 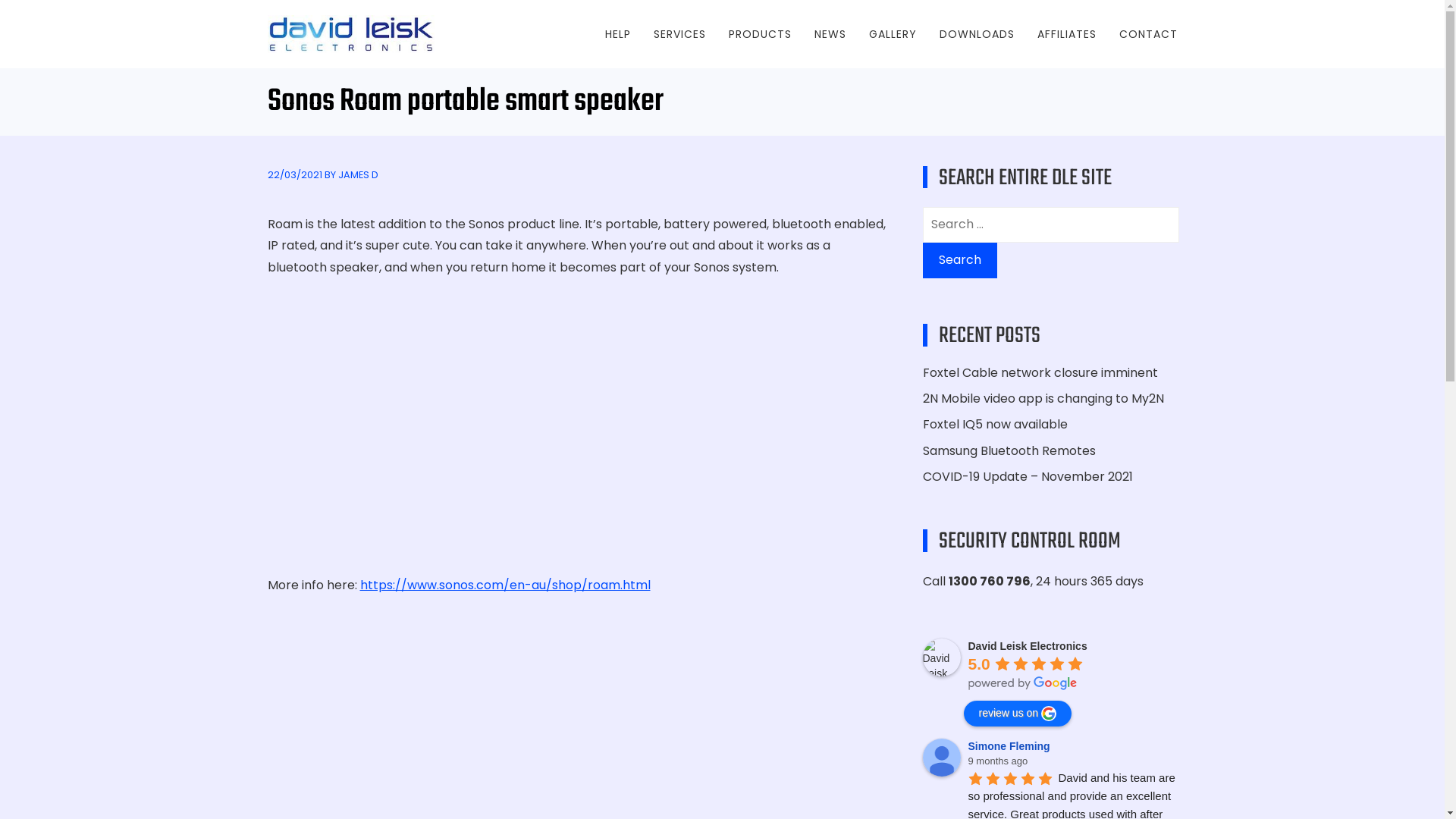 I want to click on 'HELP', so click(x=618, y=34).